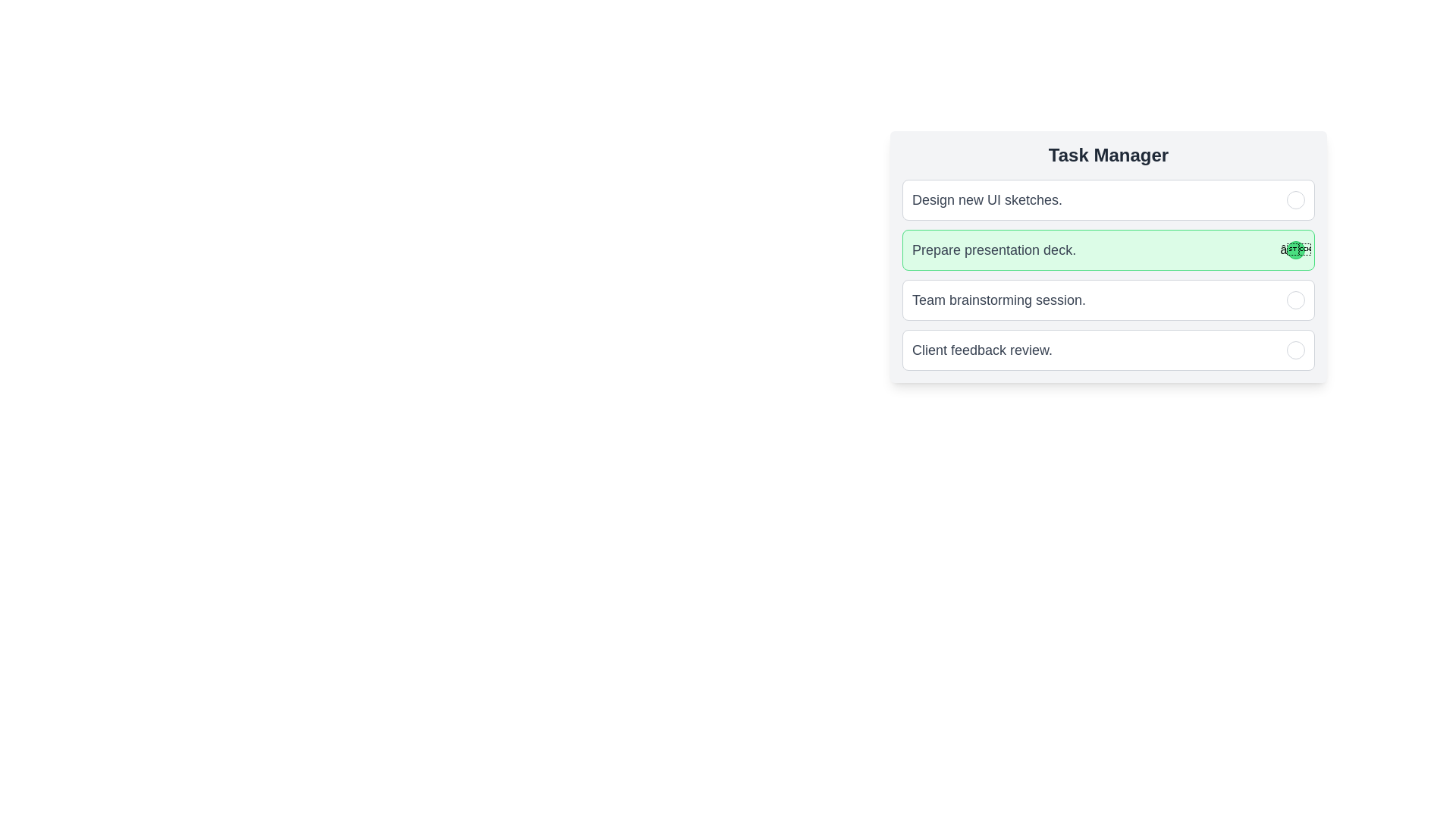  Describe the element at coordinates (1109, 256) in the screenshot. I see `the second completed task in the 'Task Manager' section, indicated by a green background and a checkmark, to display detailed information` at that location.